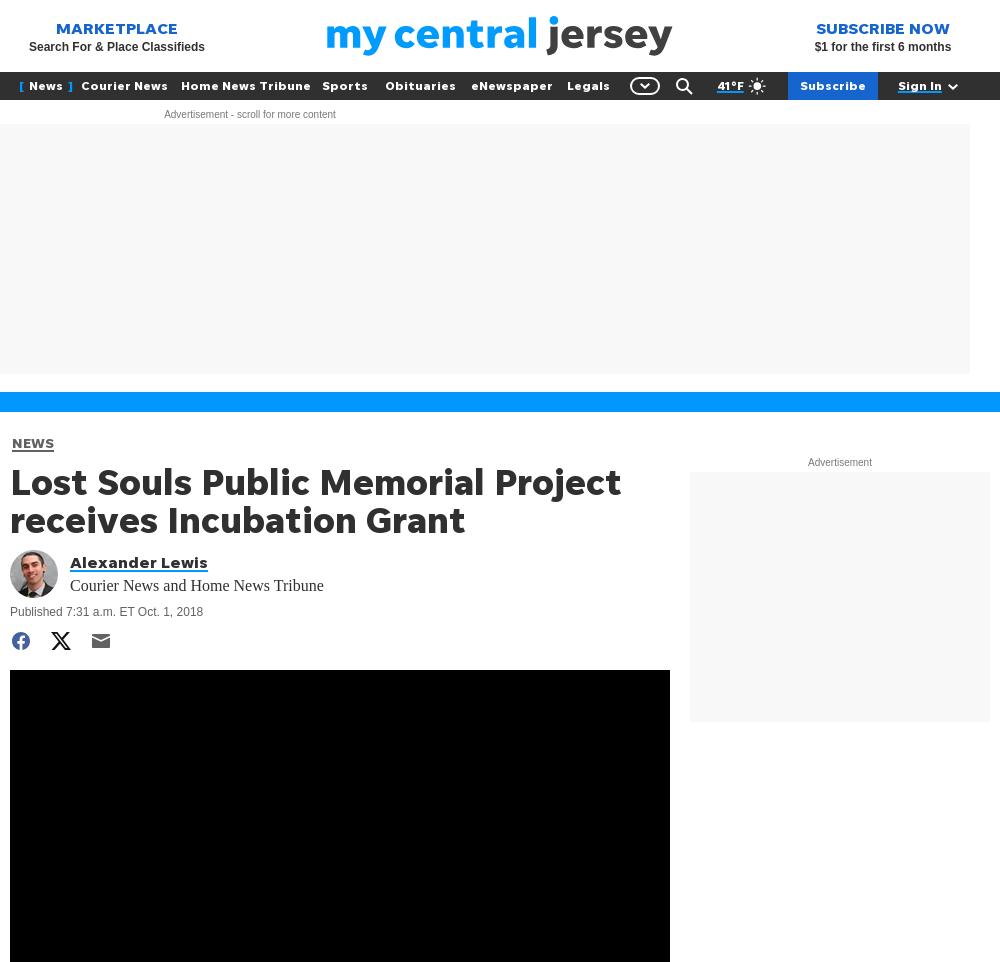 The height and width of the screenshot is (962, 1000). I want to click on 'Legals', so click(586, 85).